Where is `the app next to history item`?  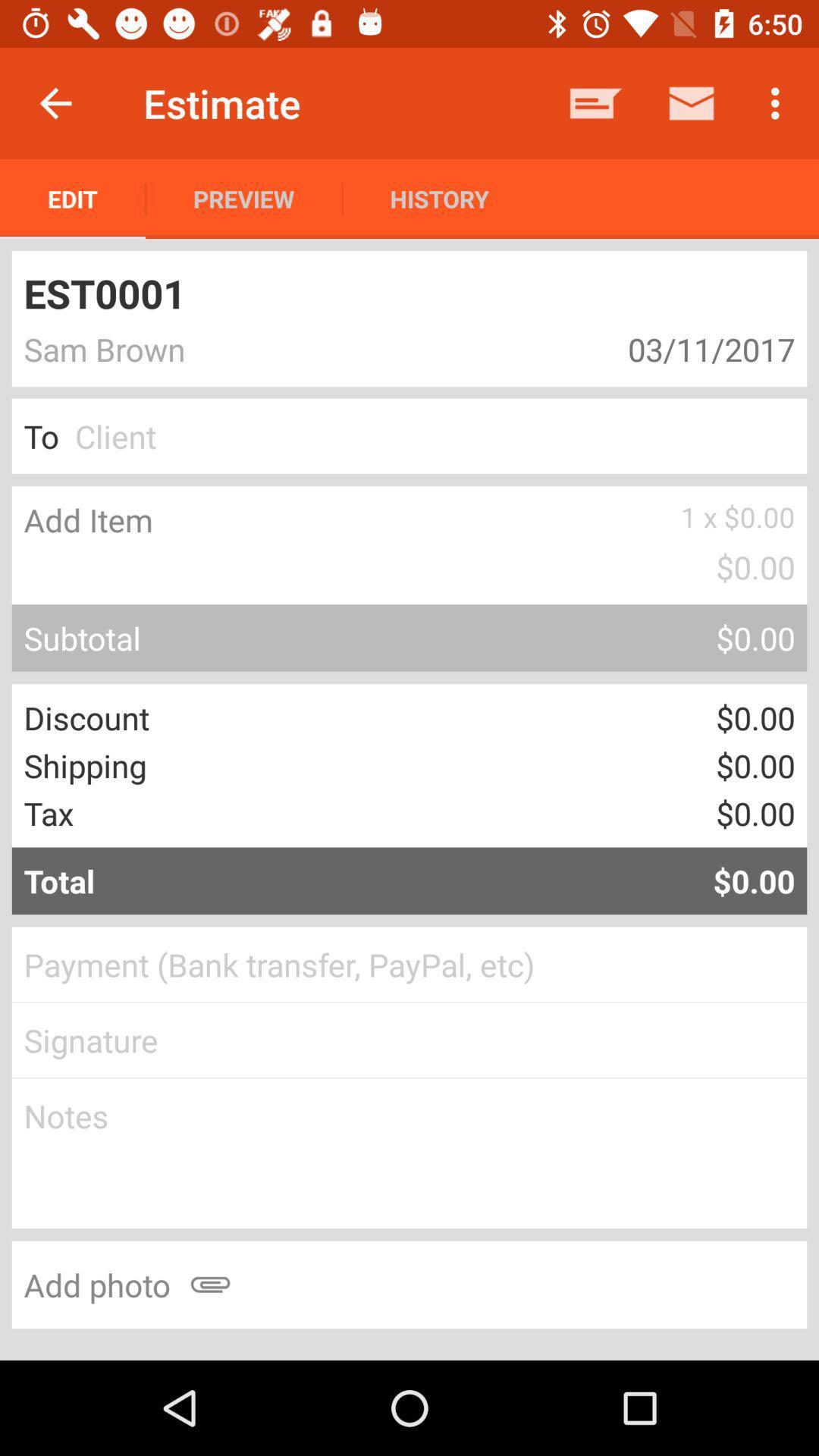
the app next to history item is located at coordinates (243, 198).